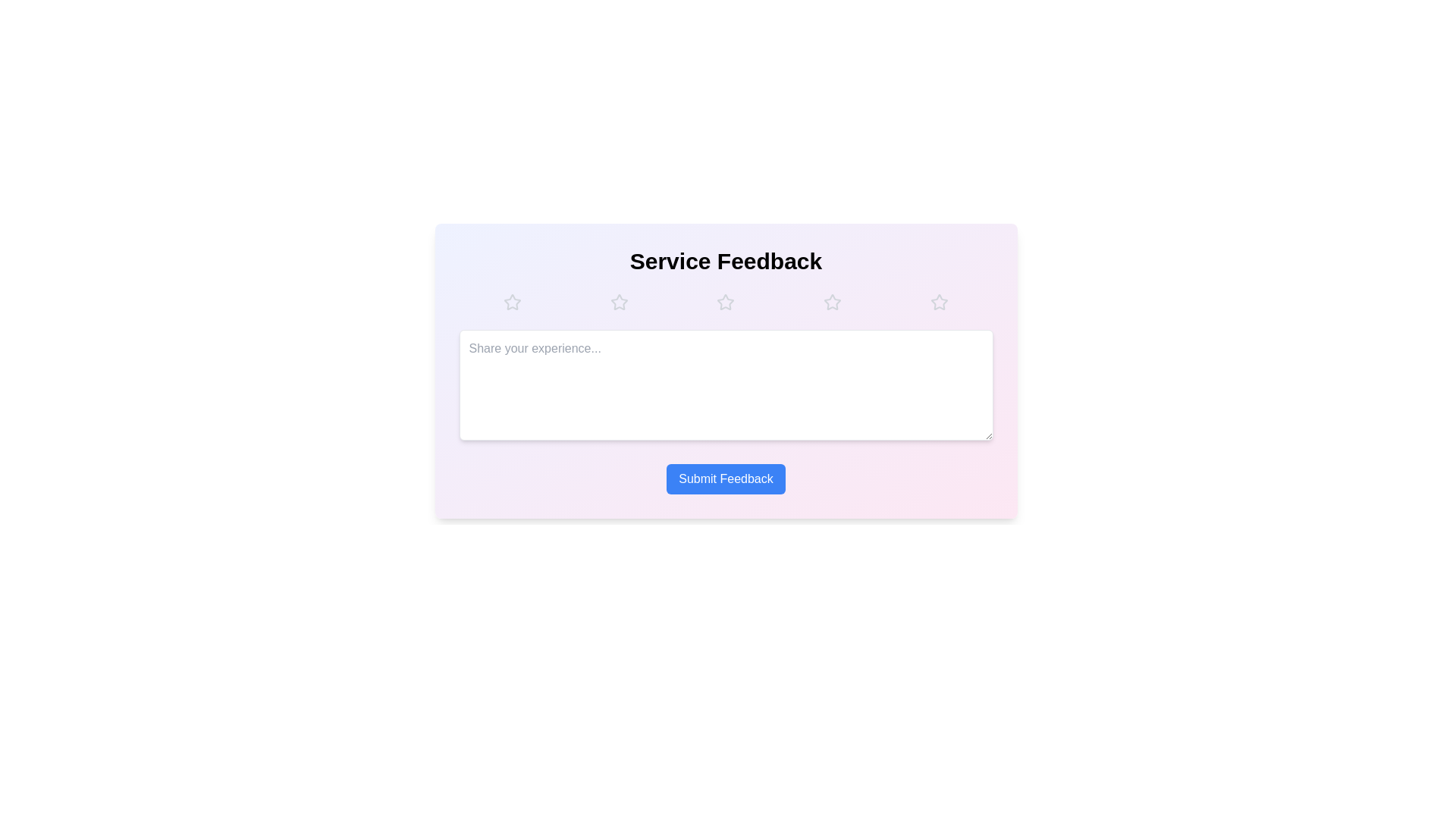 The image size is (1456, 819). I want to click on the star corresponding to the desired rating 3, so click(725, 302).